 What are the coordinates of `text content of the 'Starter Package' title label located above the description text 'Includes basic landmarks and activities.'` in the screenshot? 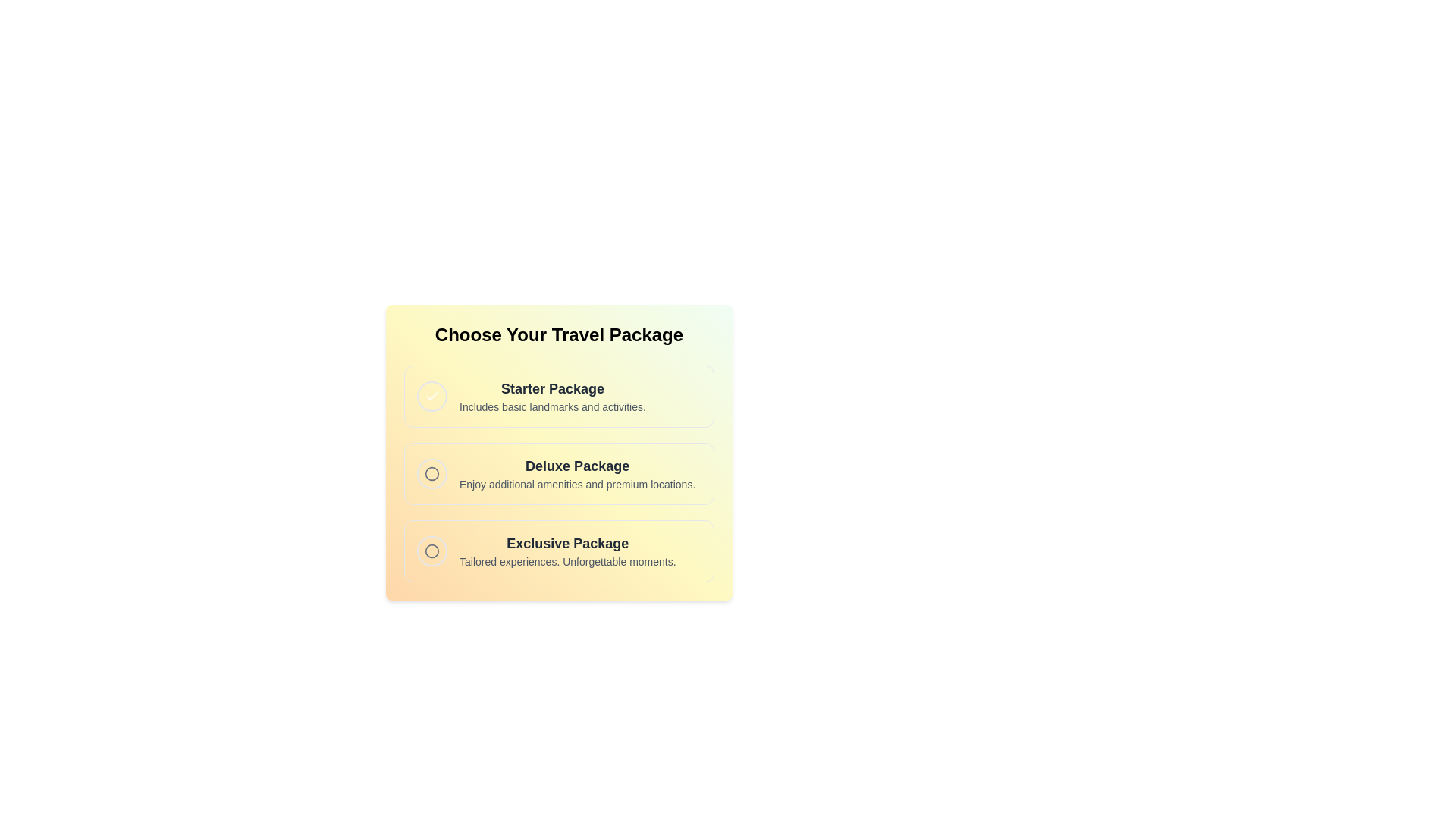 It's located at (552, 388).